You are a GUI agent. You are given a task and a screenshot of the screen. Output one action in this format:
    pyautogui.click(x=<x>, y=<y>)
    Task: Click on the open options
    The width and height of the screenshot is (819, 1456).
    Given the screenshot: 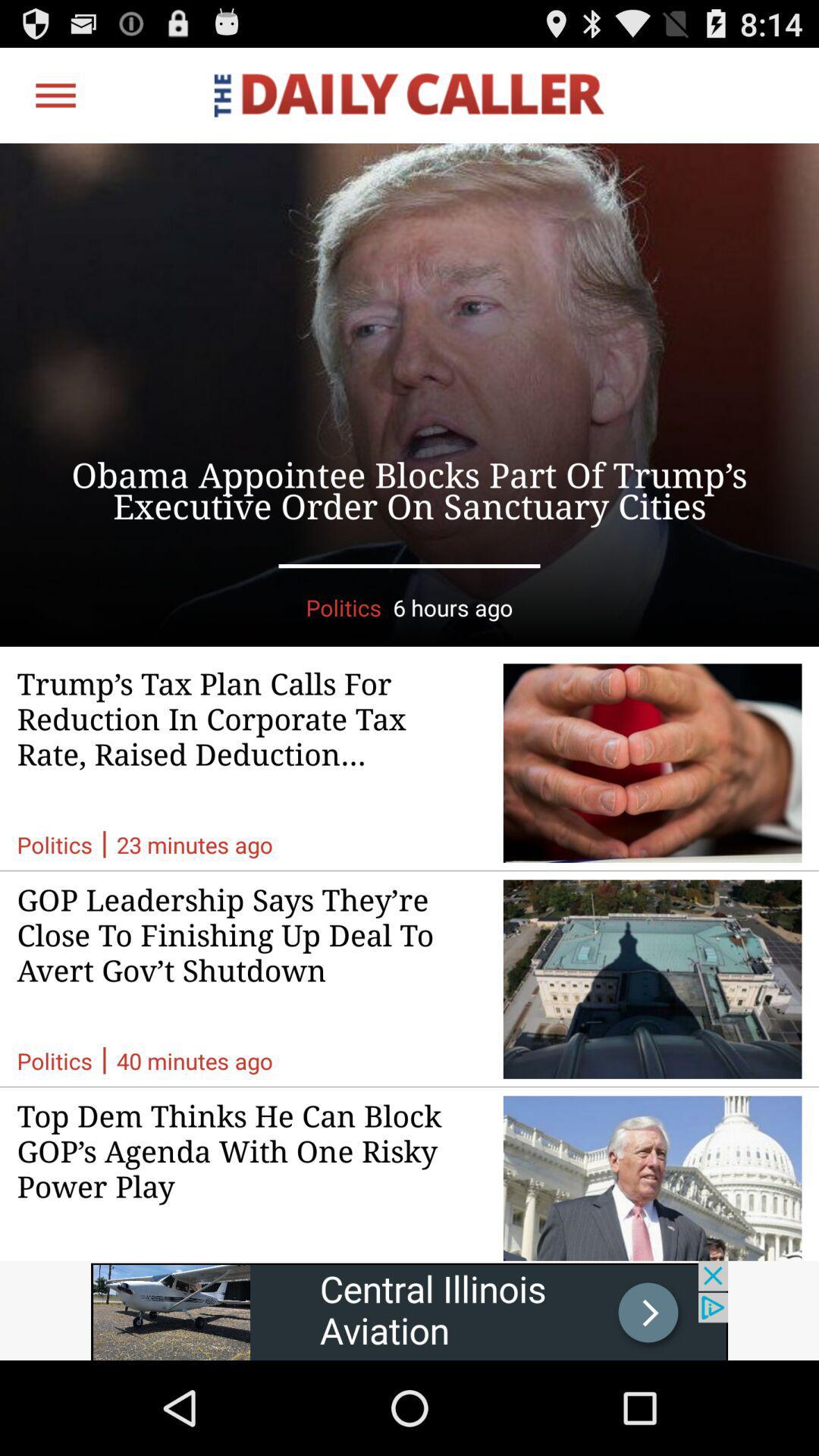 What is the action you would take?
    pyautogui.click(x=55, y=94)
    